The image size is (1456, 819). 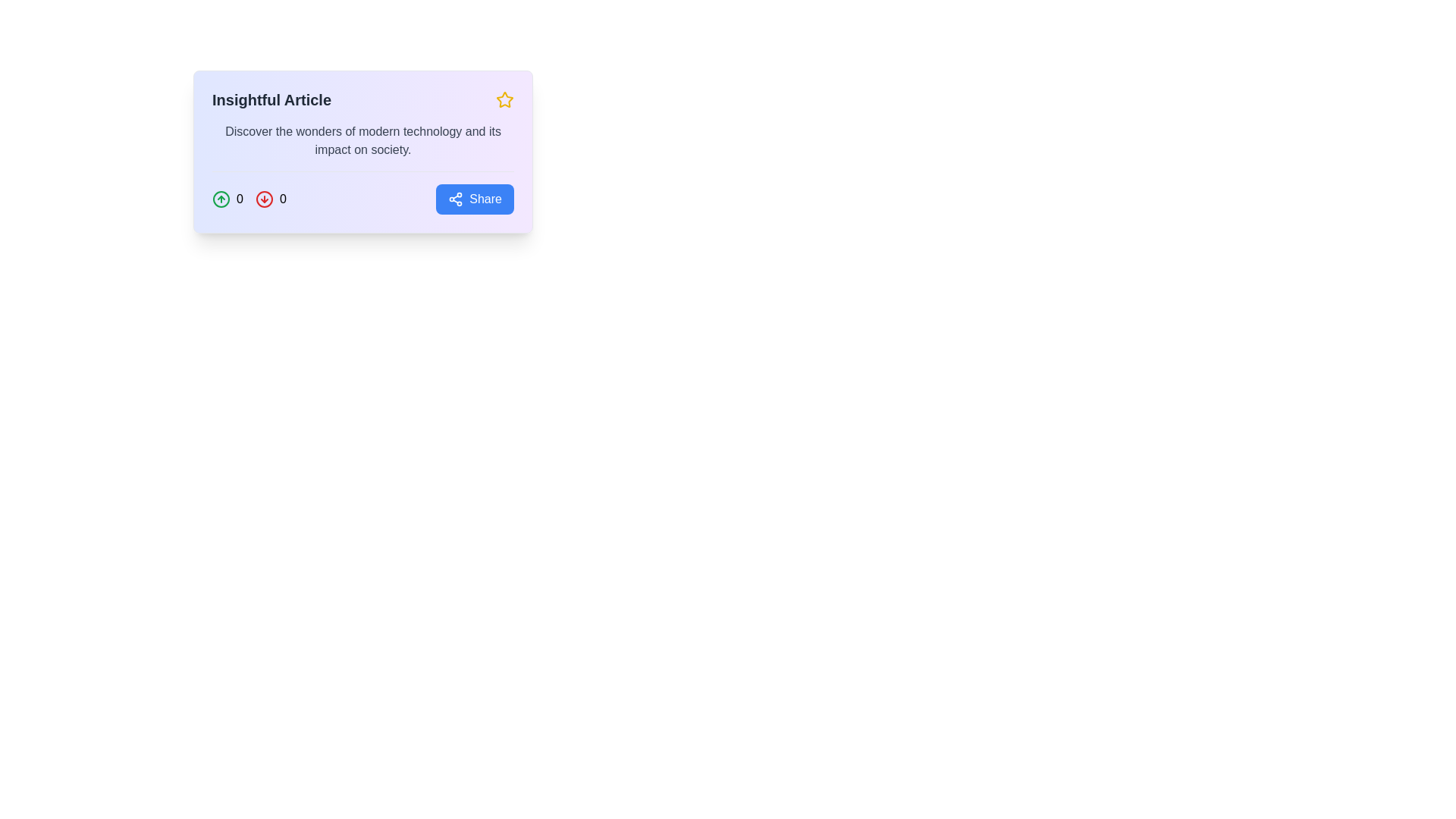 I want to click on the share icon, which is a rounded icon resembling a share symbol located within the blue 'Share' button at the bottom-right corner of its section, to initiate the sharing process, so click(x=455, y=198).